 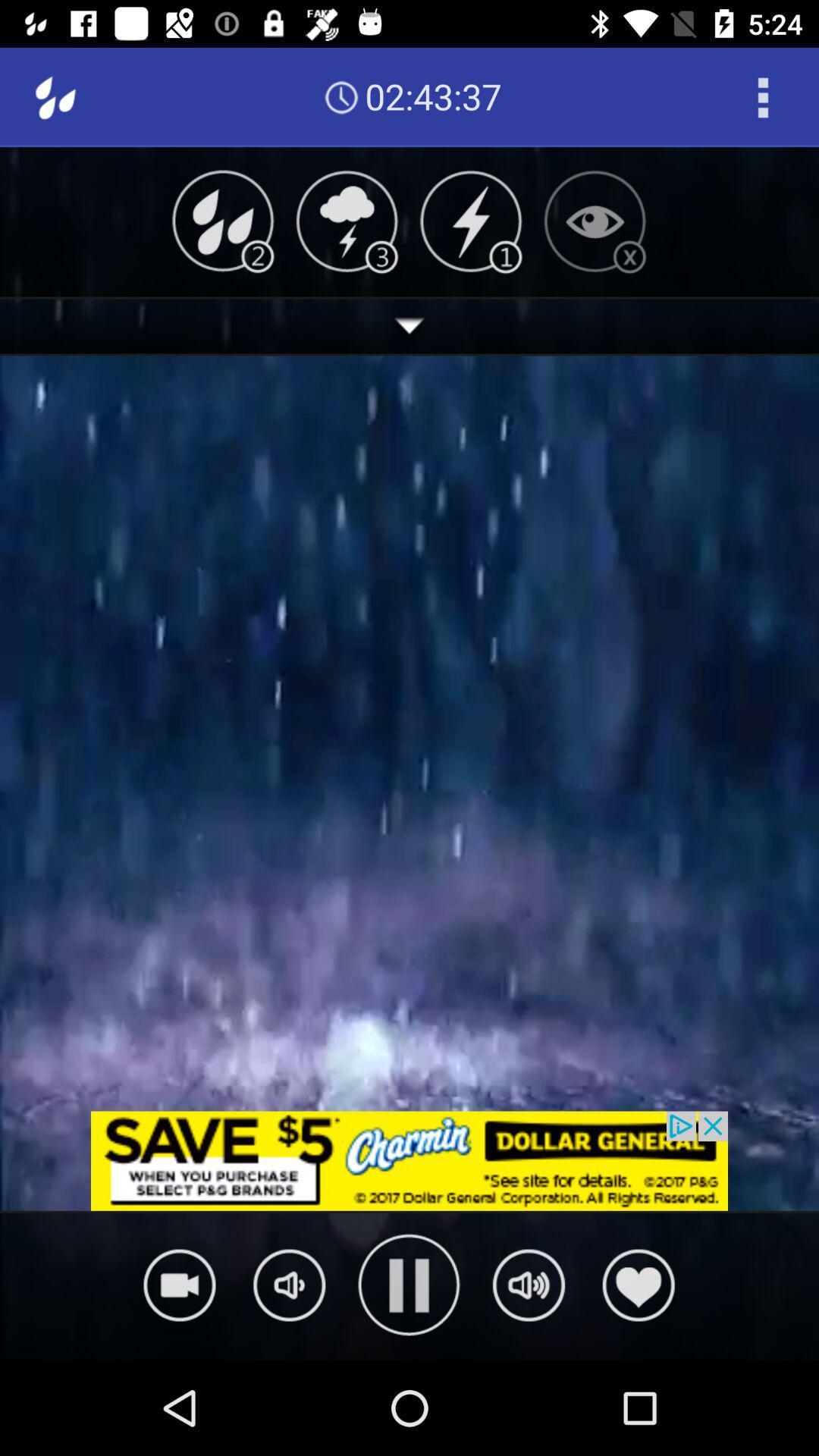 What do you see at coordinates (408, 1285) in the screenshot?
I see `the pause icon` at bounding box center [408, 1285].